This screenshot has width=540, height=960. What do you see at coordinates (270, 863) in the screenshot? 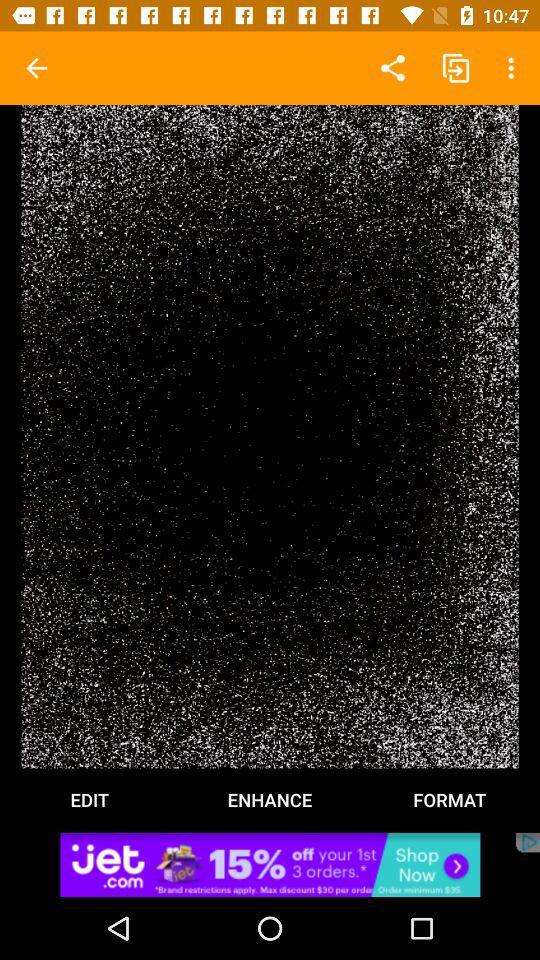
I see `click on advertisement` at bounding box center [270, 863].